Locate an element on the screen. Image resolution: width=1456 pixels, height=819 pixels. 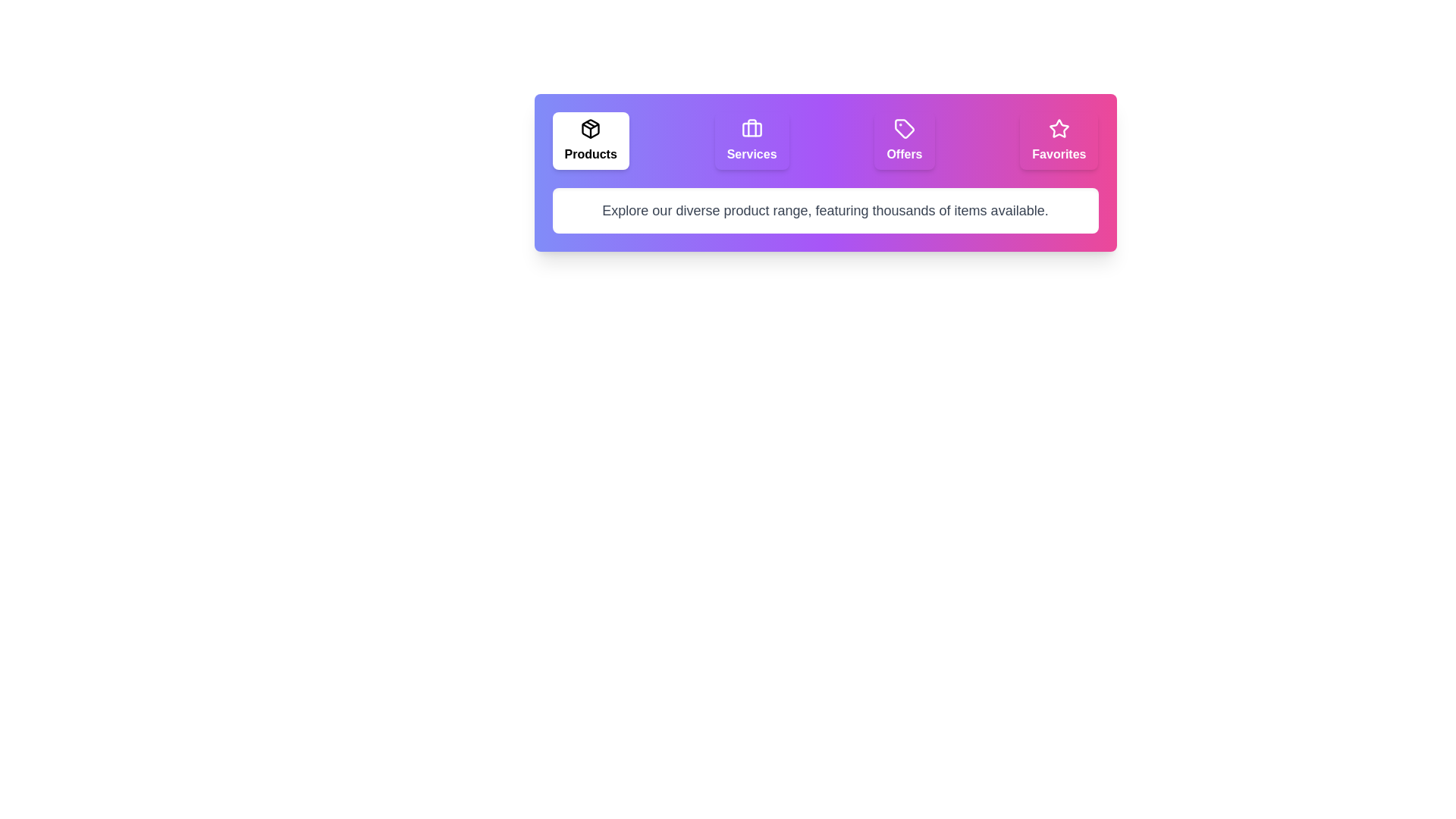
the Services tab is located at coordinates (752, 140).